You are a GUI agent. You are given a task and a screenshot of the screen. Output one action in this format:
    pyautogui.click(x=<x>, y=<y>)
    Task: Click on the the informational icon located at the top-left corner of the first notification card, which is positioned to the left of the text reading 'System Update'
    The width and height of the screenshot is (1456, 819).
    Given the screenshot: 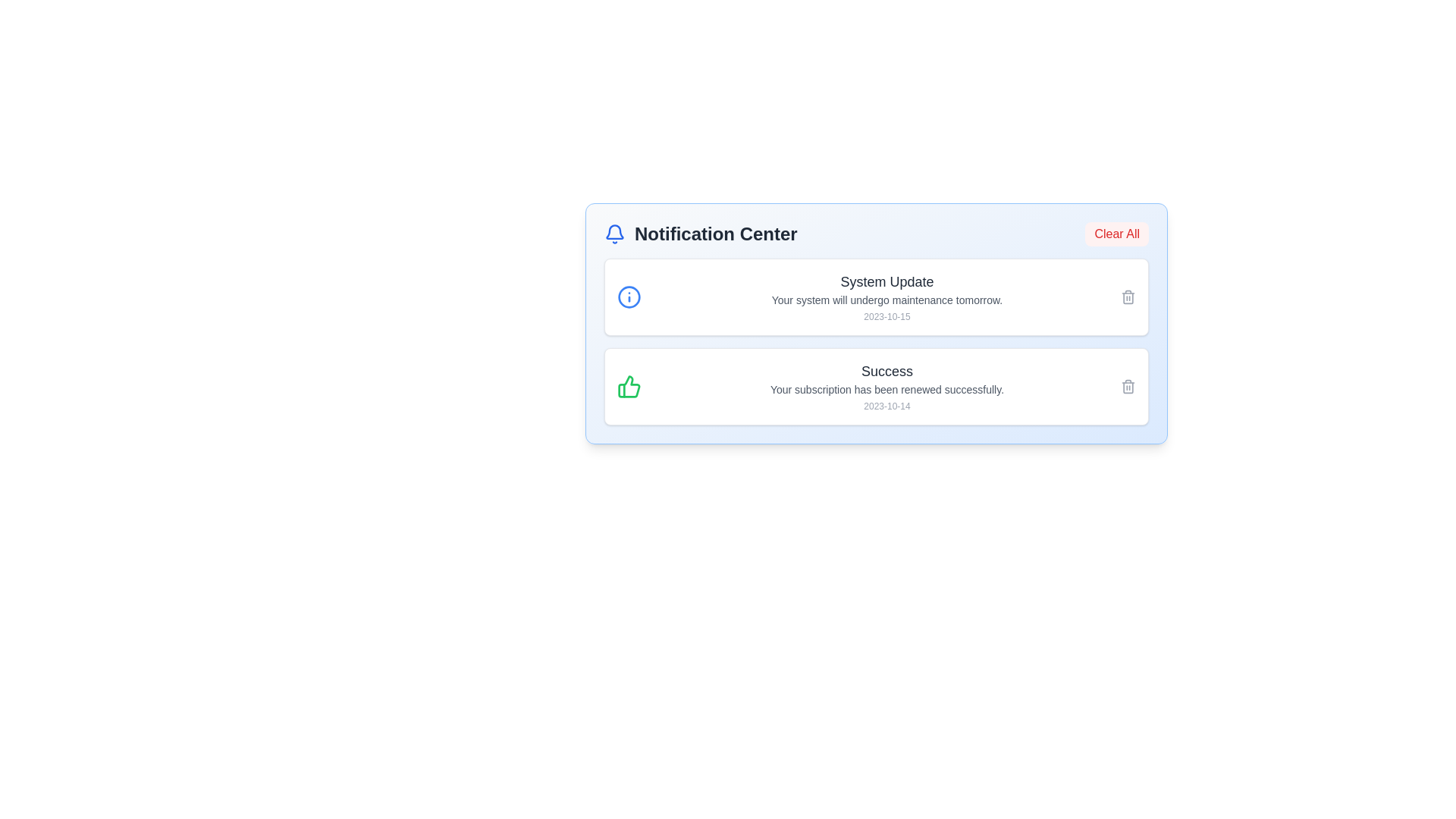 What is the action you would take?
    pyautogui.click(x=629, y=297)
    